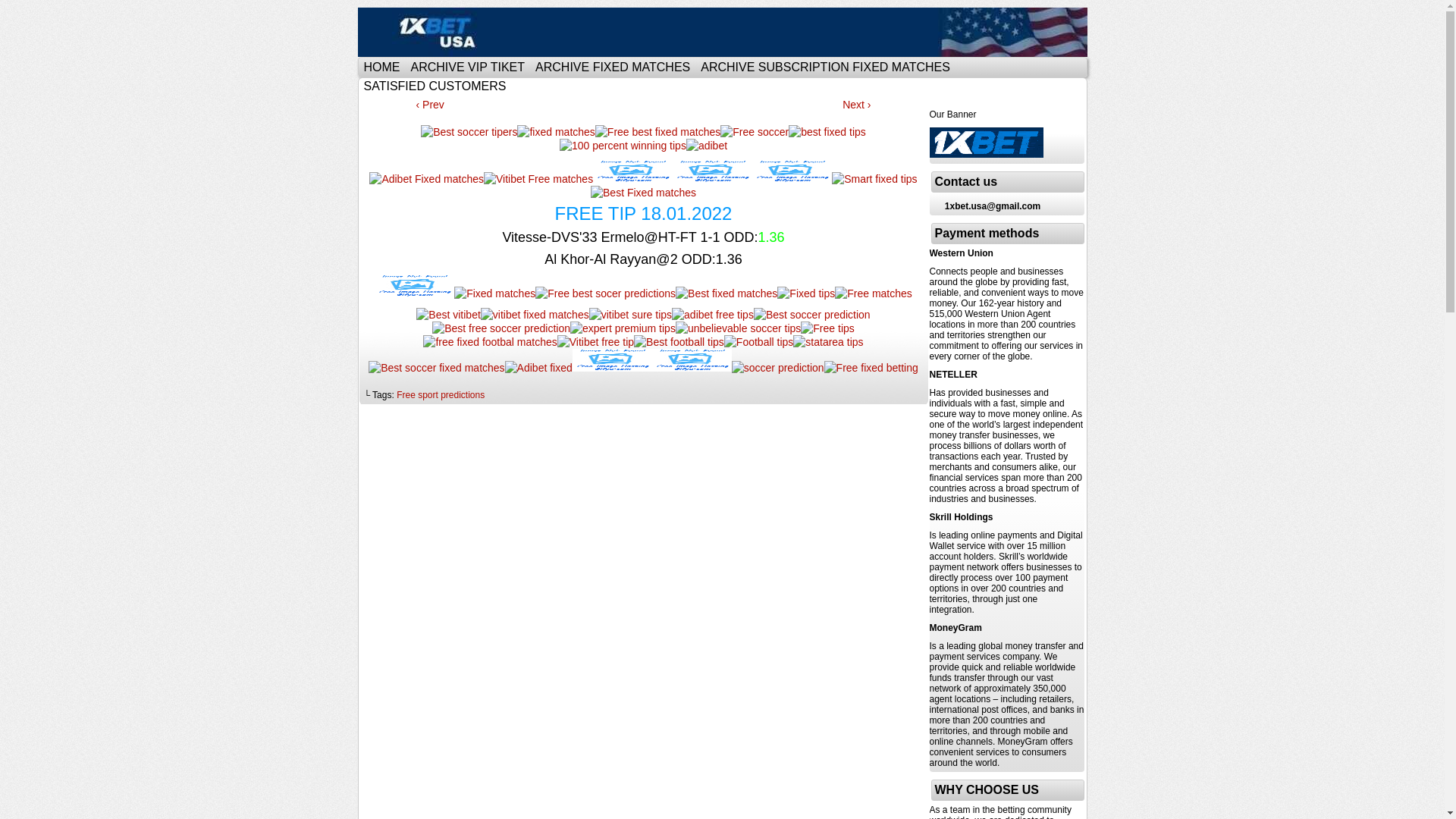 Image resolution: width=1456 pixels, height=819 pixels. Describe the element at coordinates (826, 130) in the screenshot. I see `'best fixed tips'` at that location.